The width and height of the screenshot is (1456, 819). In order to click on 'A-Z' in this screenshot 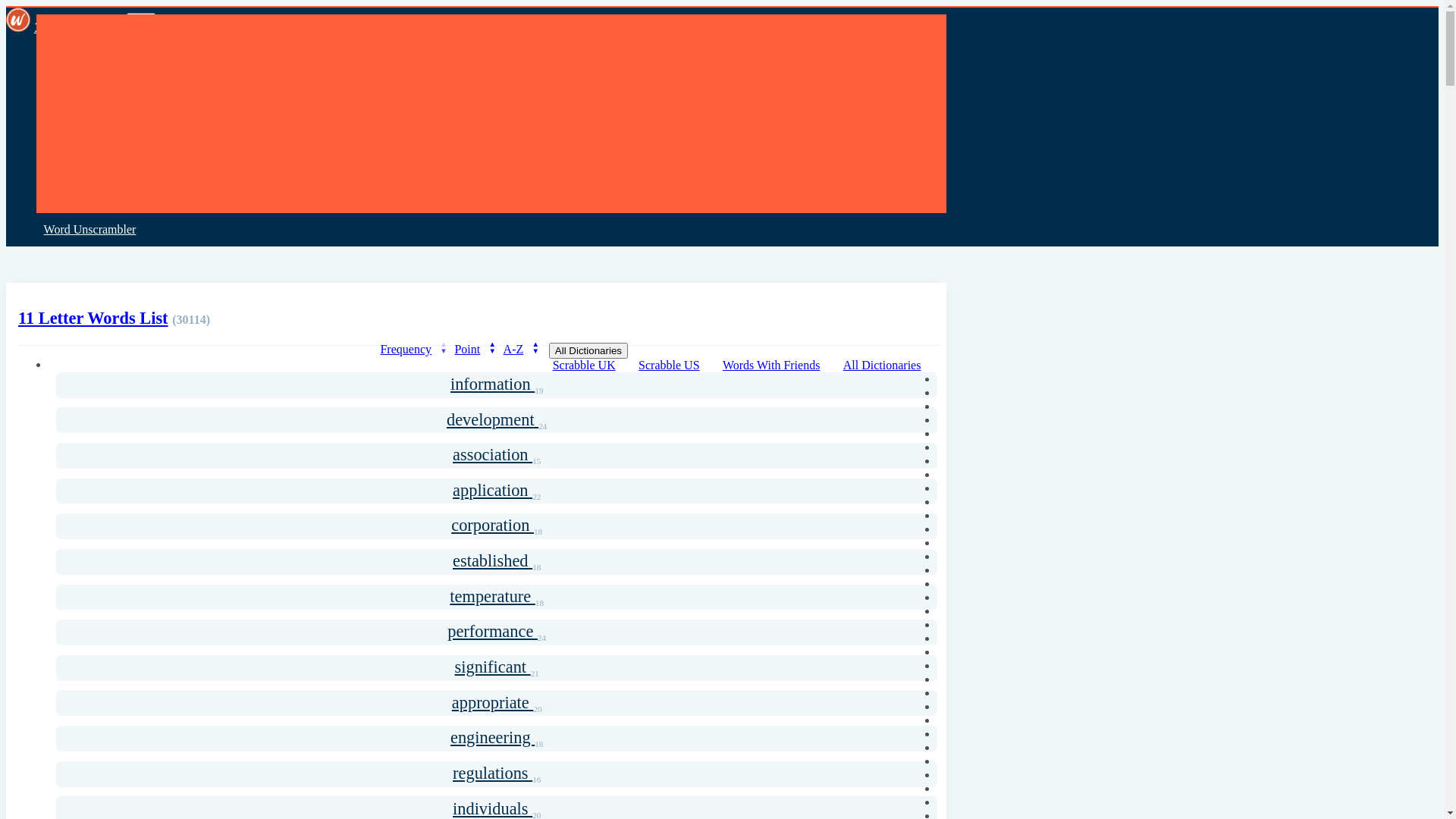, I will do `click(523, 350)`.